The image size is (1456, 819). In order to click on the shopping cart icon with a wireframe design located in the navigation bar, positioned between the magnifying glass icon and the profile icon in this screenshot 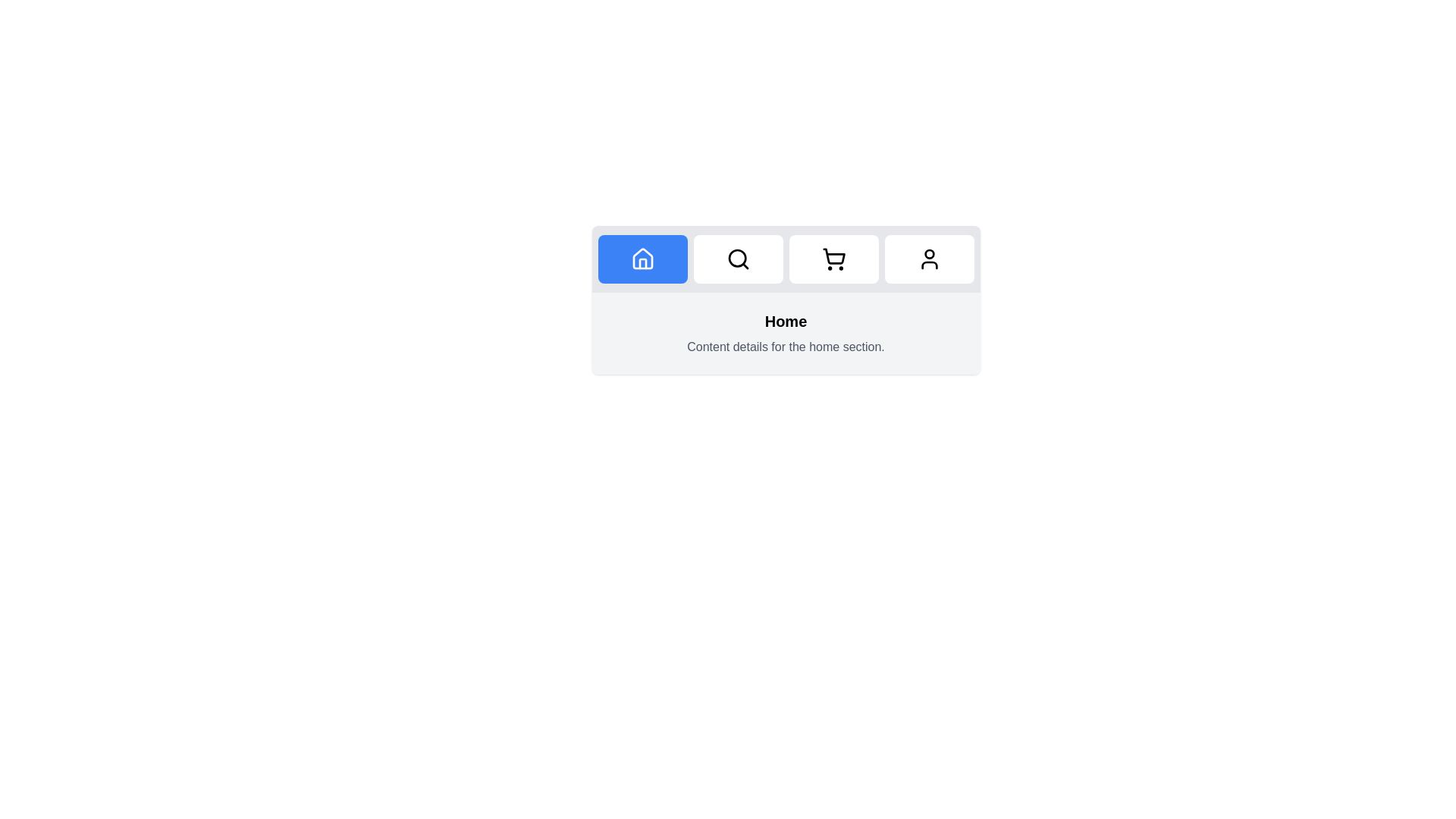, I will do `click(833, 259)`.